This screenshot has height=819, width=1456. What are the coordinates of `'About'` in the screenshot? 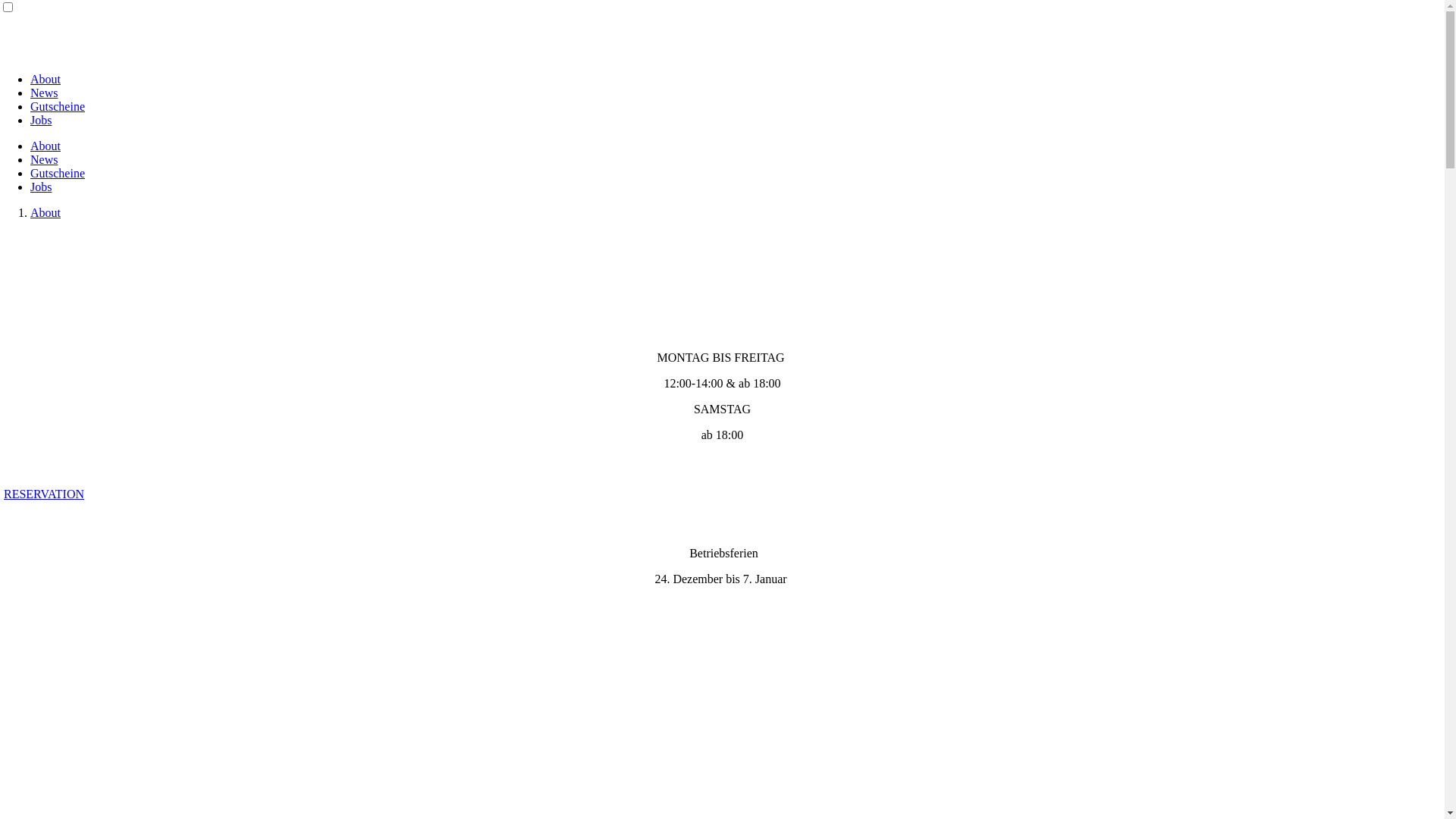 It's located at (45, 146).